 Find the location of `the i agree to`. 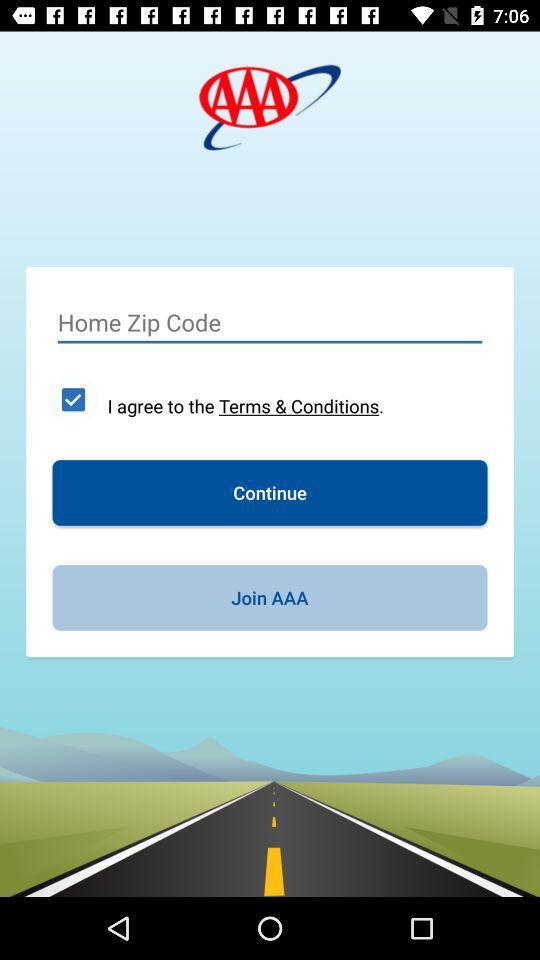

the i agree to is located at coordinates (245, 405).